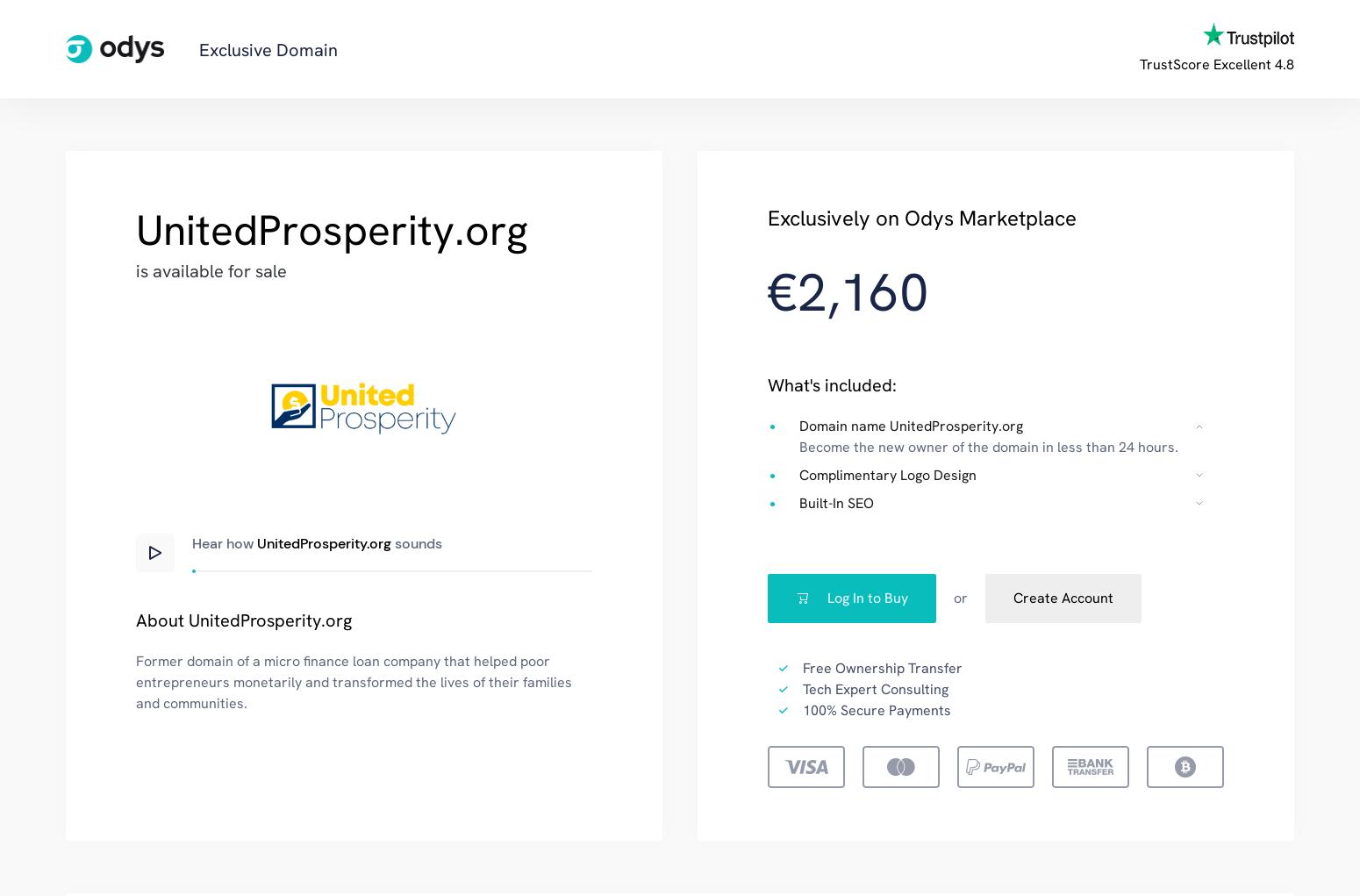  What do you see at coordinates (1063, 597) in the screenshot?
I see `'Create Account'` at bounding box center [1063, 597].